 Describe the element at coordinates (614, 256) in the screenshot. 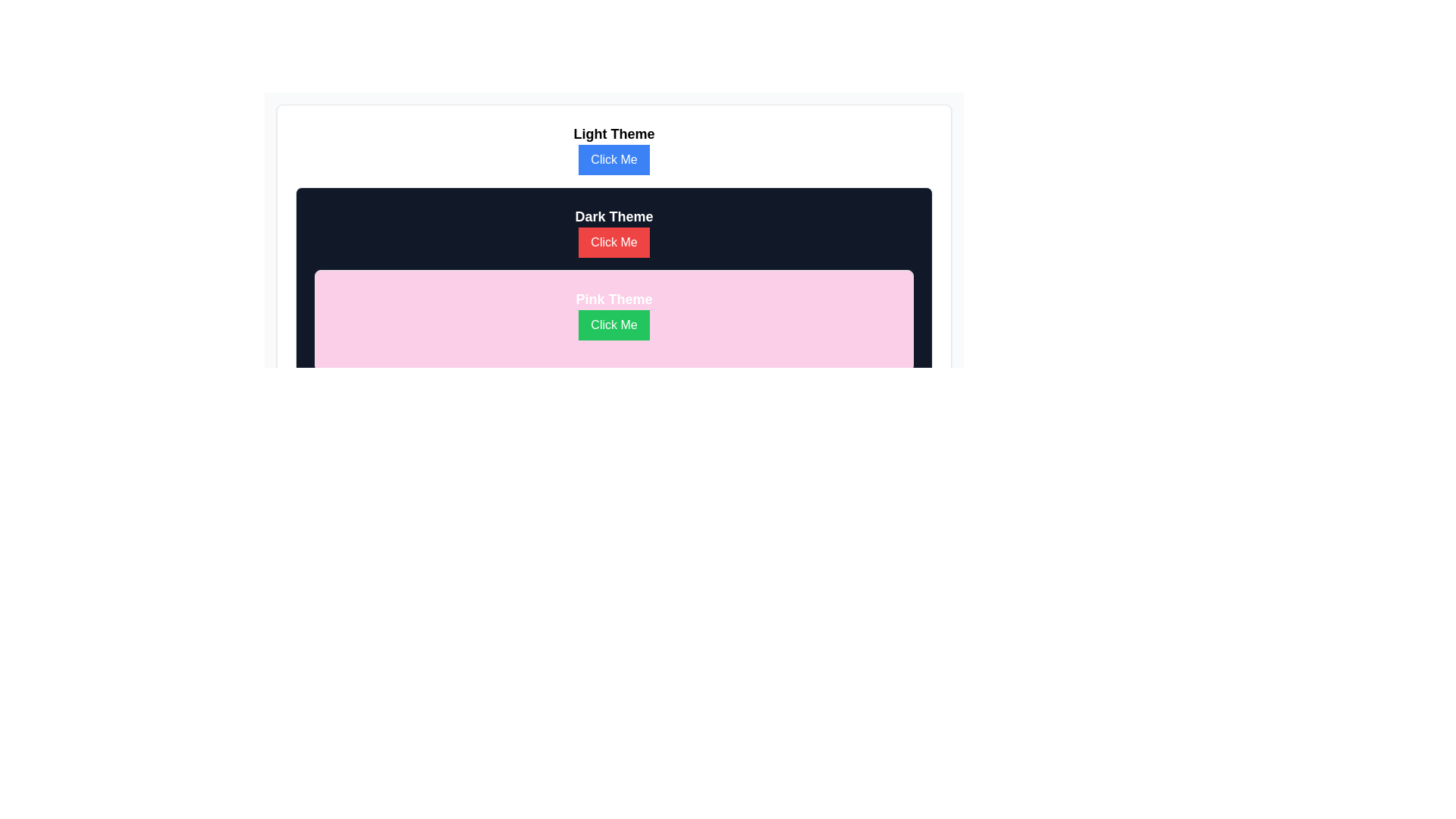

I see `the prominent red button labeled 'Click Me'` at that location.